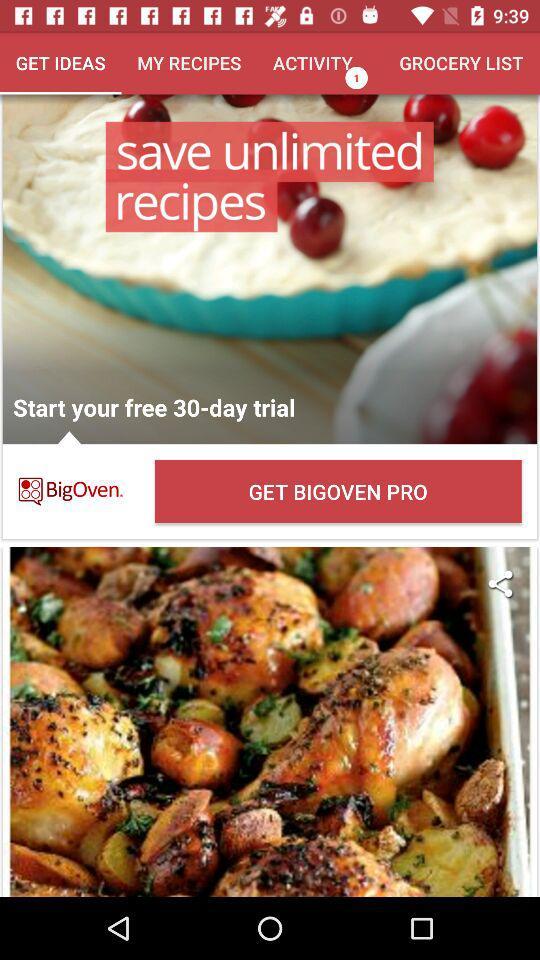  I want to click on the recipe picture, so click(270, 721).